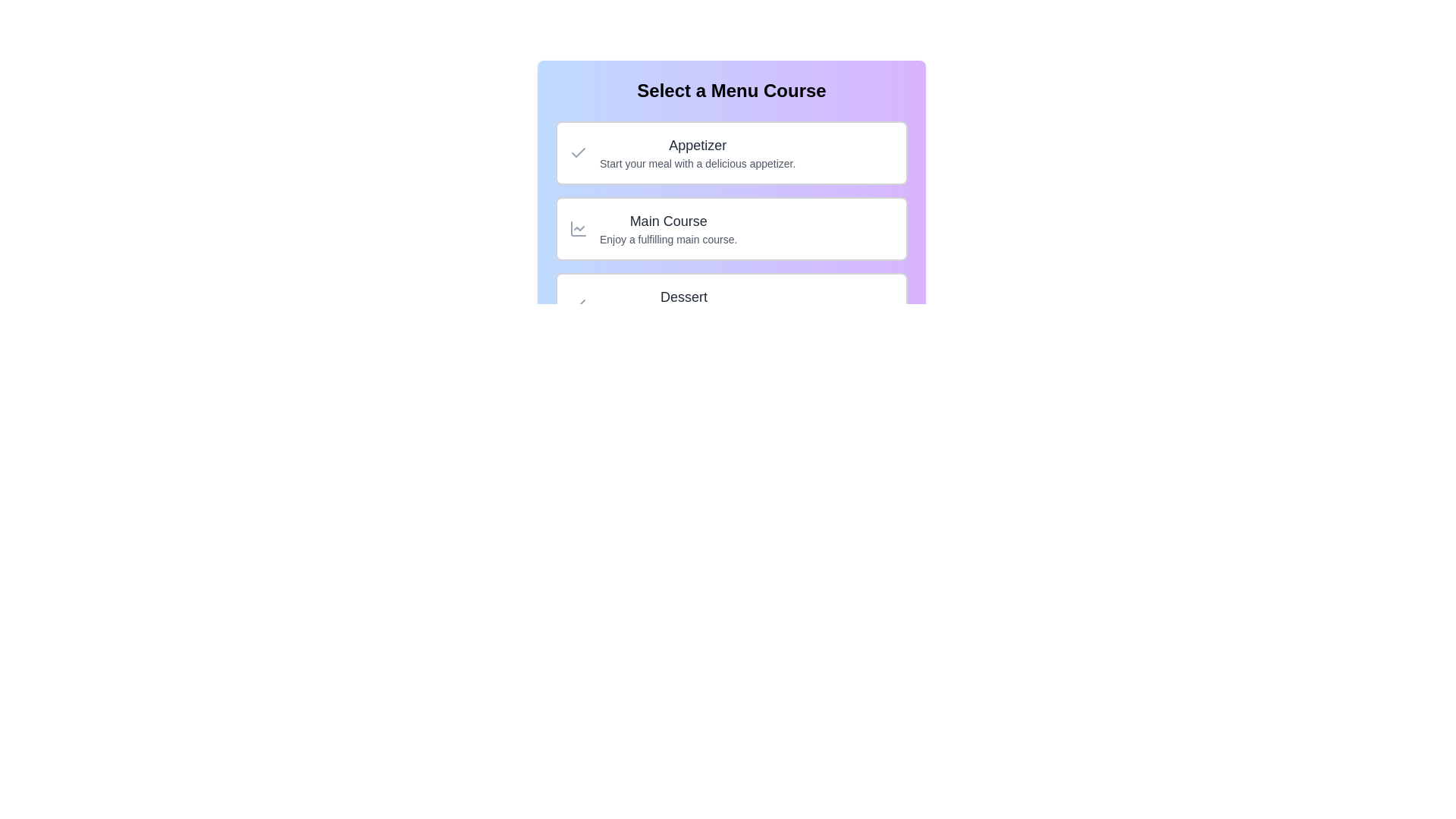  Describe the element at coordinates (731, 90) in the screenshot. I see `the bold header text element that says 'Select a Menu Course', which is styled with a large font size and centered alignment, located at the top of the card component with a gradient background` at that location.